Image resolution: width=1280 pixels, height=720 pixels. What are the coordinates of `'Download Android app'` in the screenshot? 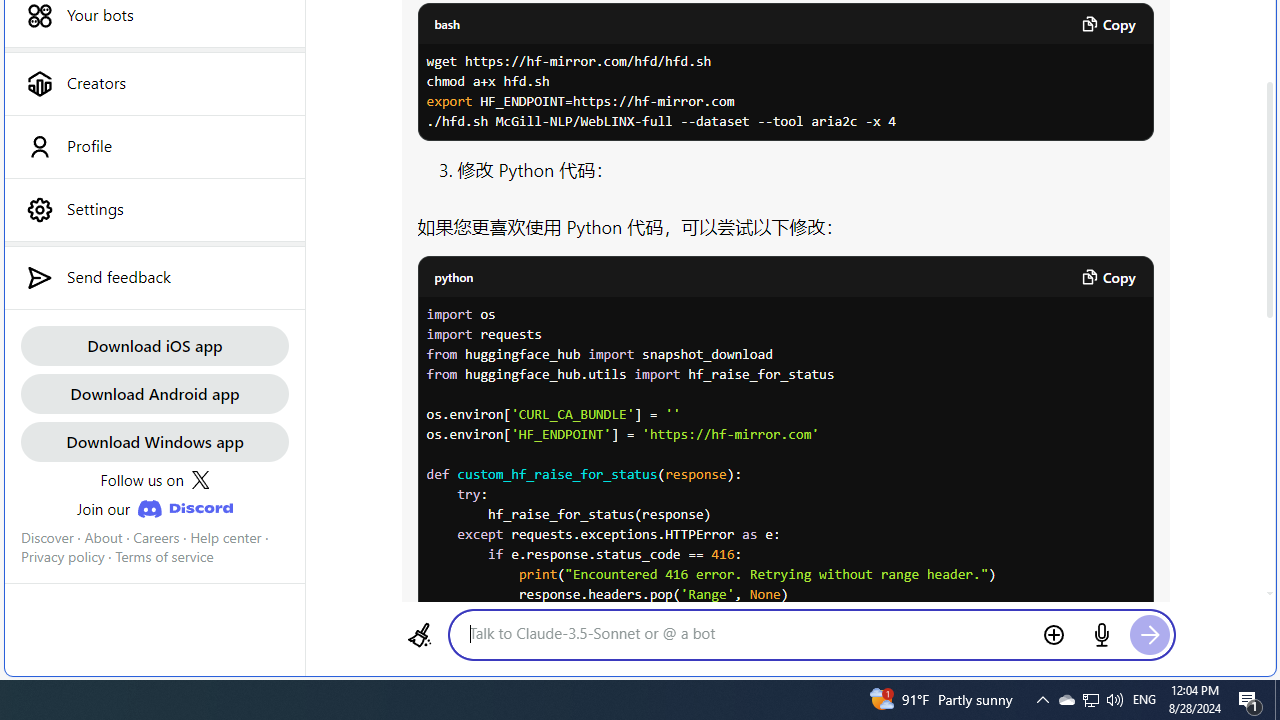 It's located at (153, 393).